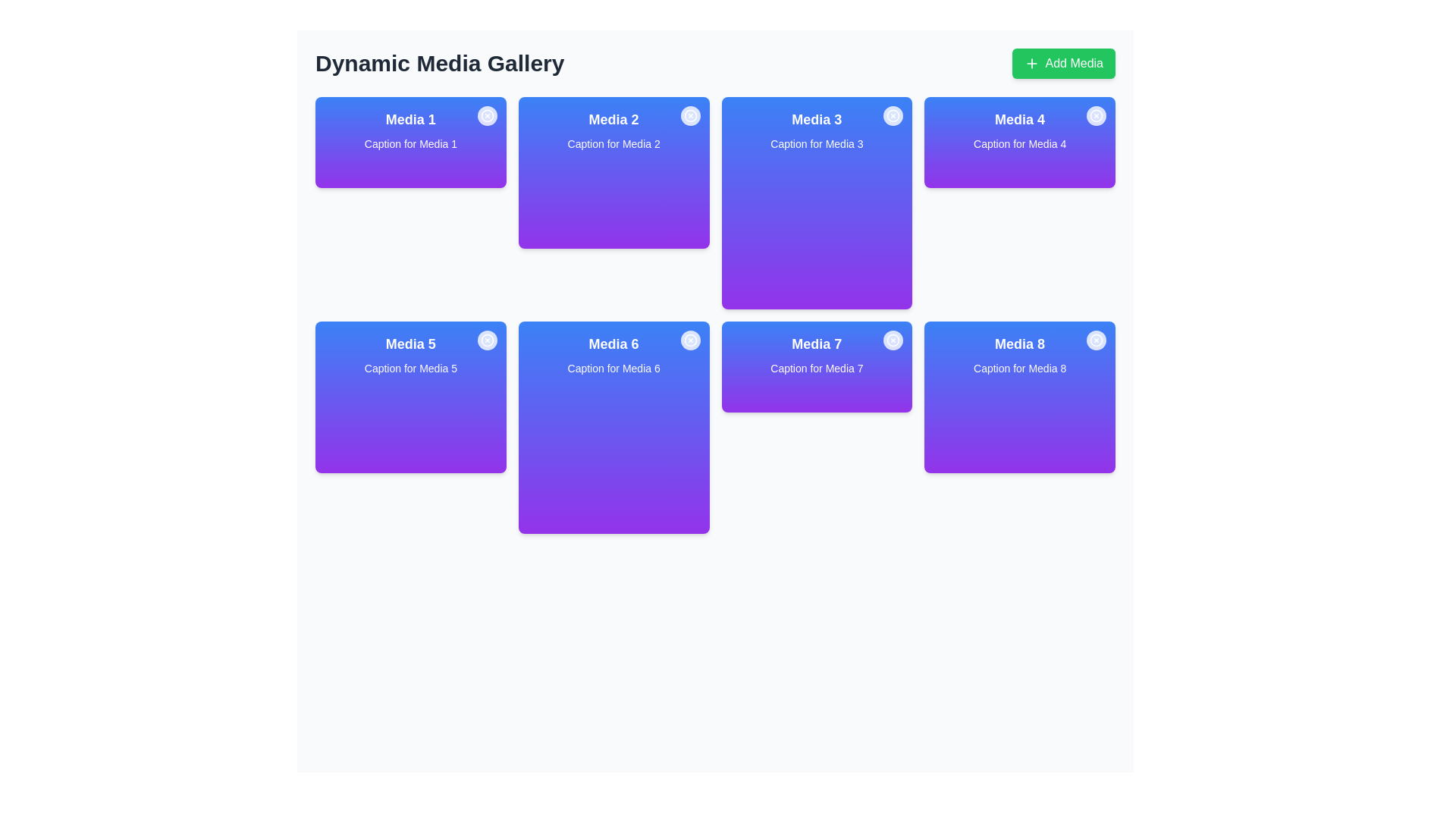 The width and height of the screenshot is (1456, 819). I want to click on the delete button located in the top-right corner of the 'Media 8' card in the gallery, so click(1096, 339).